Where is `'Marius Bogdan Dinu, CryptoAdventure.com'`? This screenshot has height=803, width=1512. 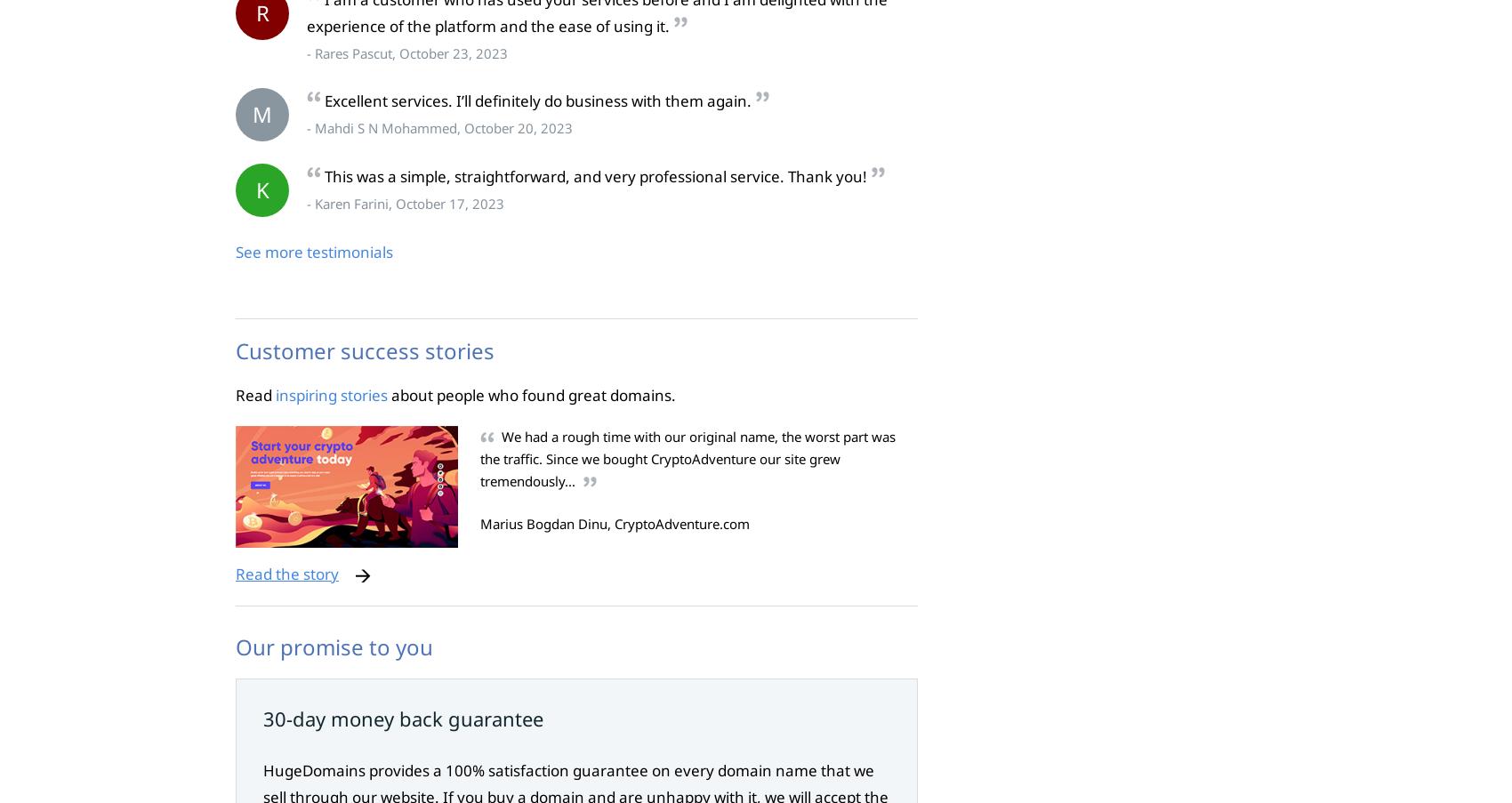
'Marius Bogdan Dinu, CryptoAdventure.com' is located at coordinates (615, 524).